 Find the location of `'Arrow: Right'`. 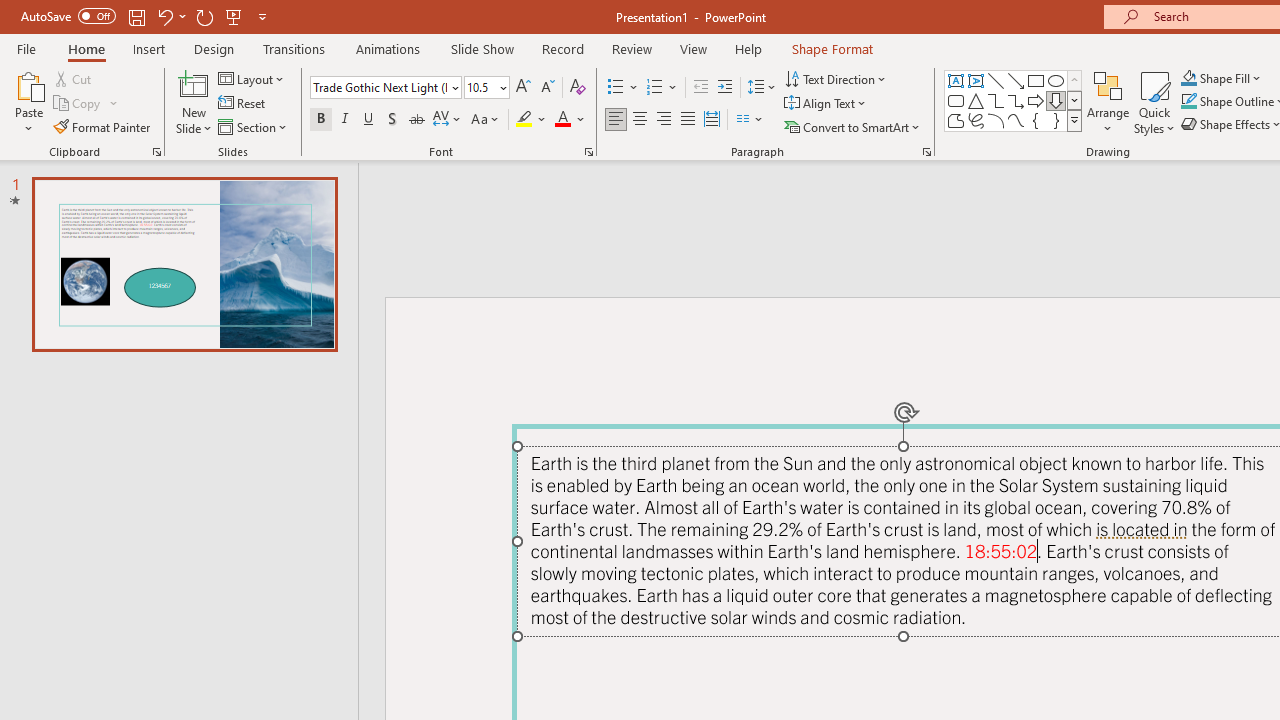

'Arrow: Right' is located at coordinates (1036, 100).